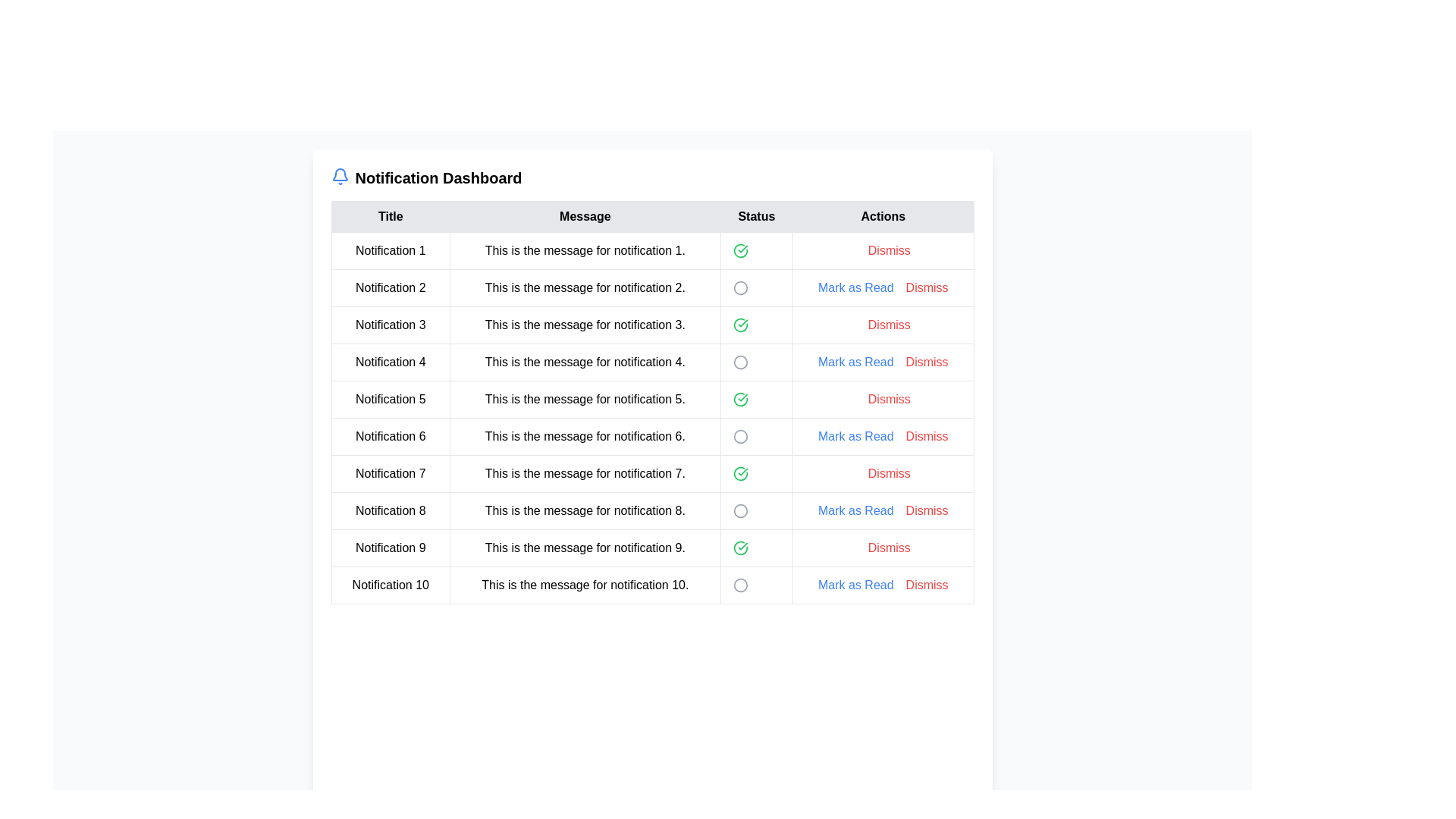 The image size is (1456, 819). Describe the element at coordinates (652, 288) in the screenshot. I see `the 'Mark as Read' button located in the second row of the notification table, which contains a title, a message, a status indicator, and two actionable buttons` at that location.